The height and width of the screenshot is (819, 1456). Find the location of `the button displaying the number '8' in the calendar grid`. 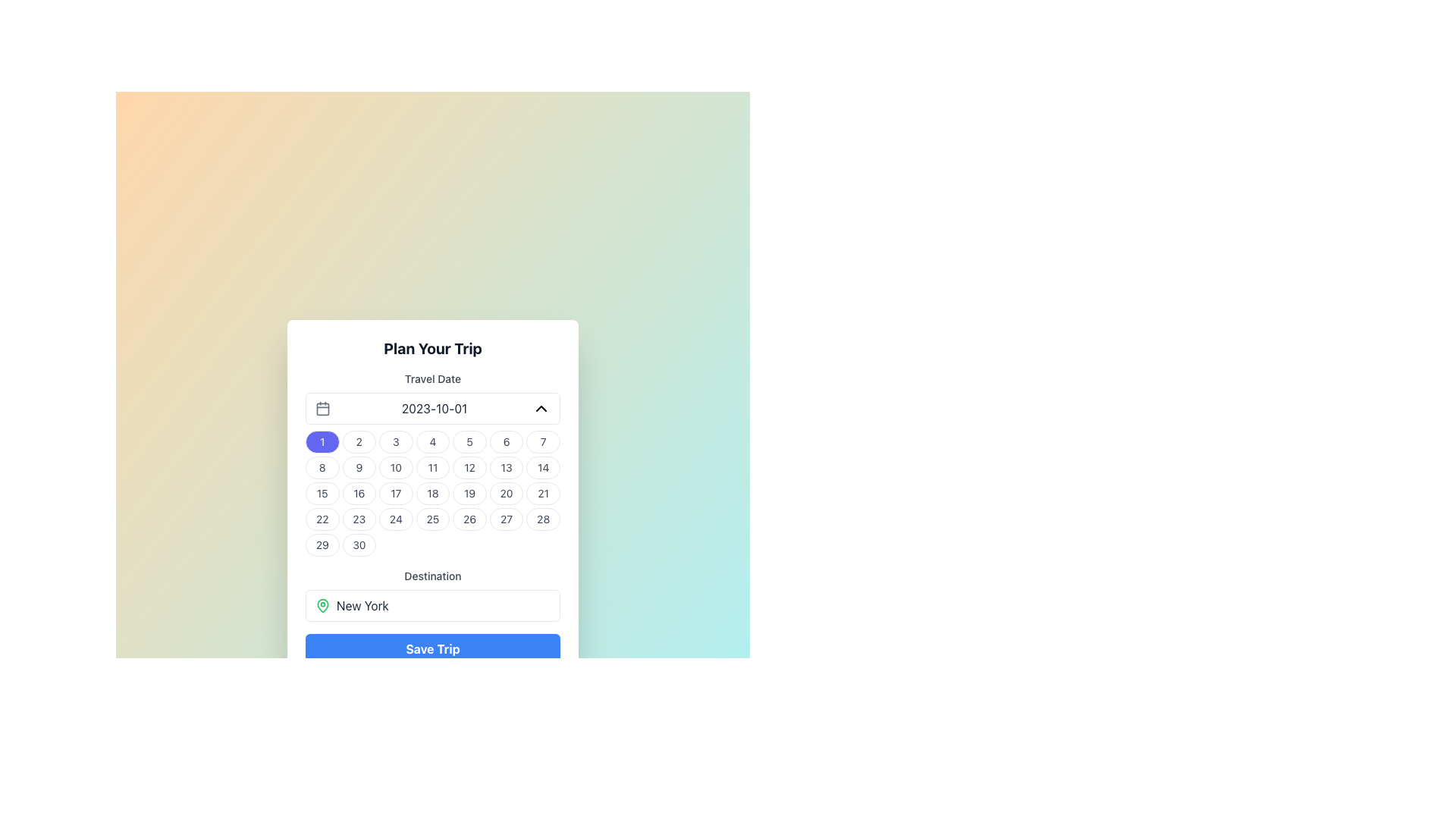

the button displaying the number '8' in the calendar grid is located at coordinates (322, 467).